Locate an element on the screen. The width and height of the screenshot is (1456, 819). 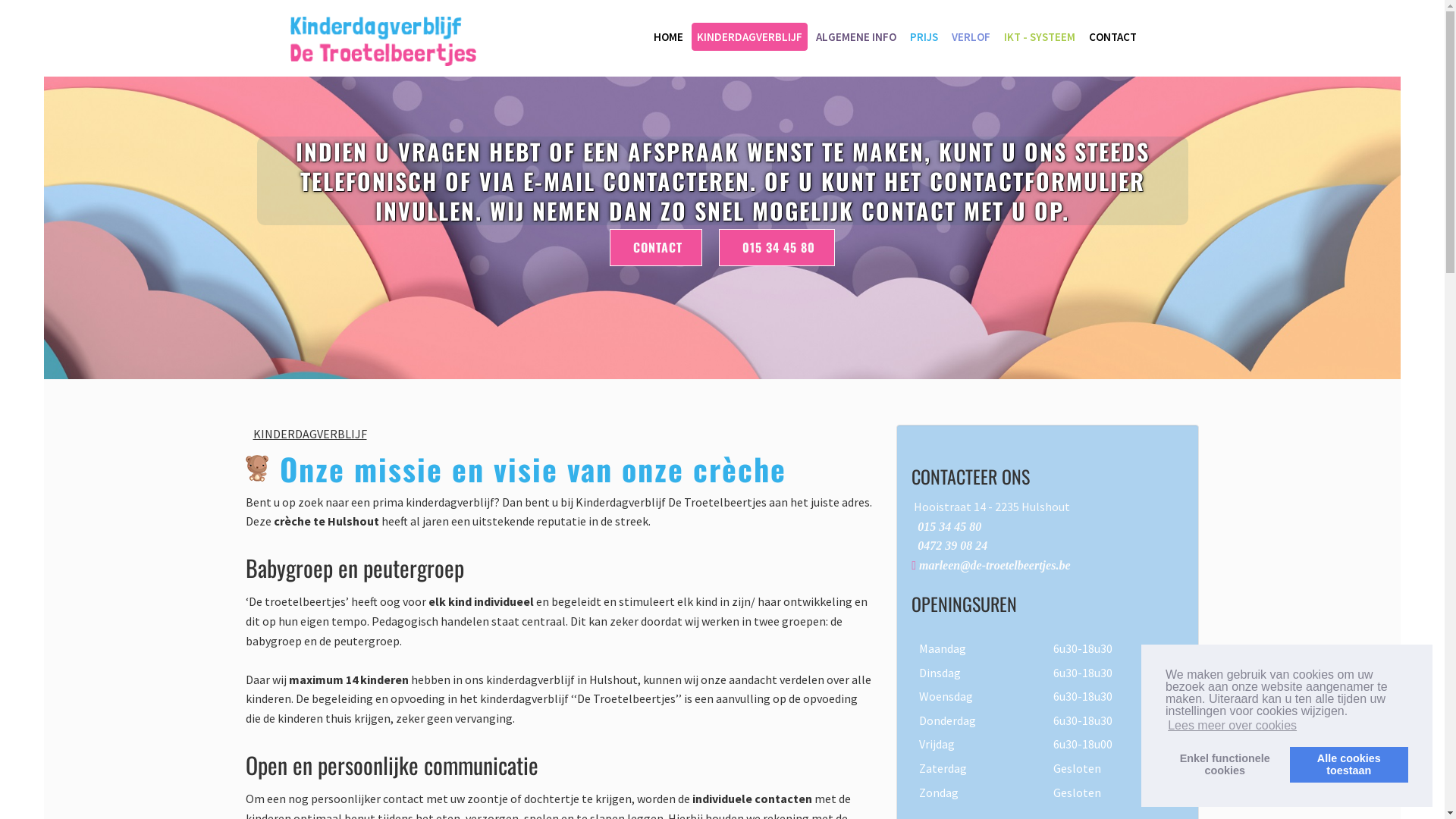
'Alle cookies is located at coordinates (1349, 764).